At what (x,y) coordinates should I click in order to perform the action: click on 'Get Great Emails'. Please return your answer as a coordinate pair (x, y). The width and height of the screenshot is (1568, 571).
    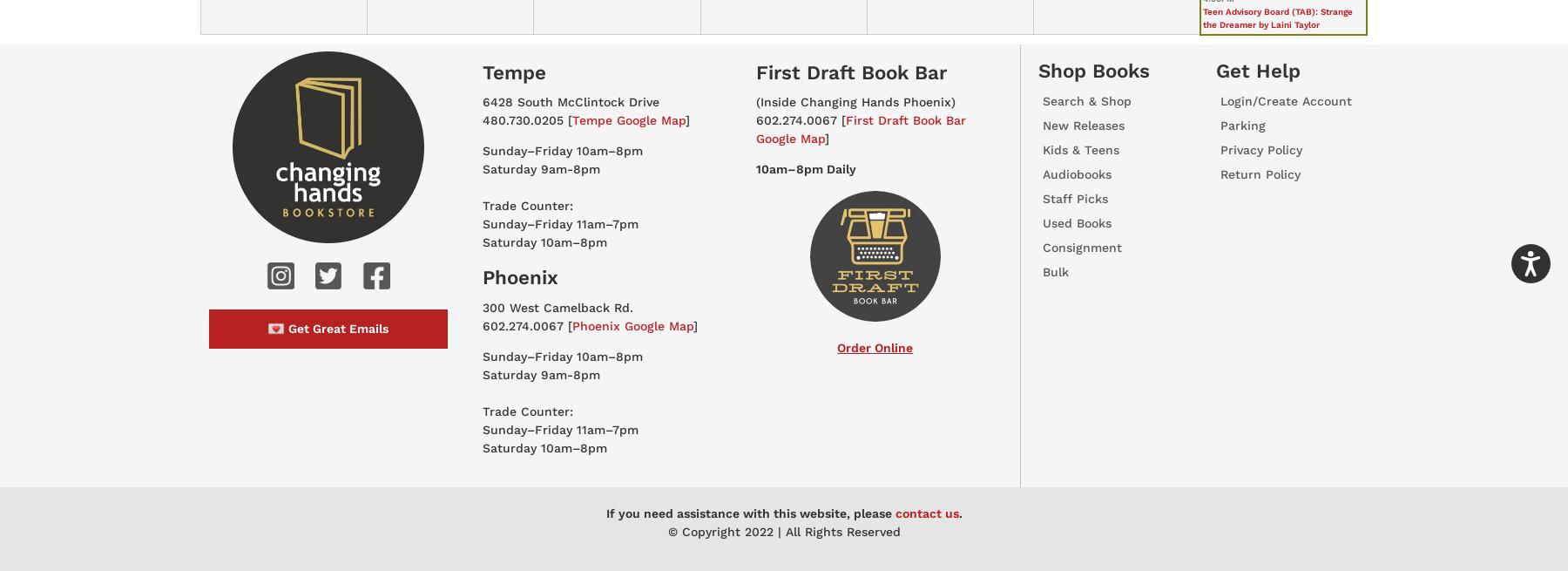
    Looking at the image, I should click on (337, 326).